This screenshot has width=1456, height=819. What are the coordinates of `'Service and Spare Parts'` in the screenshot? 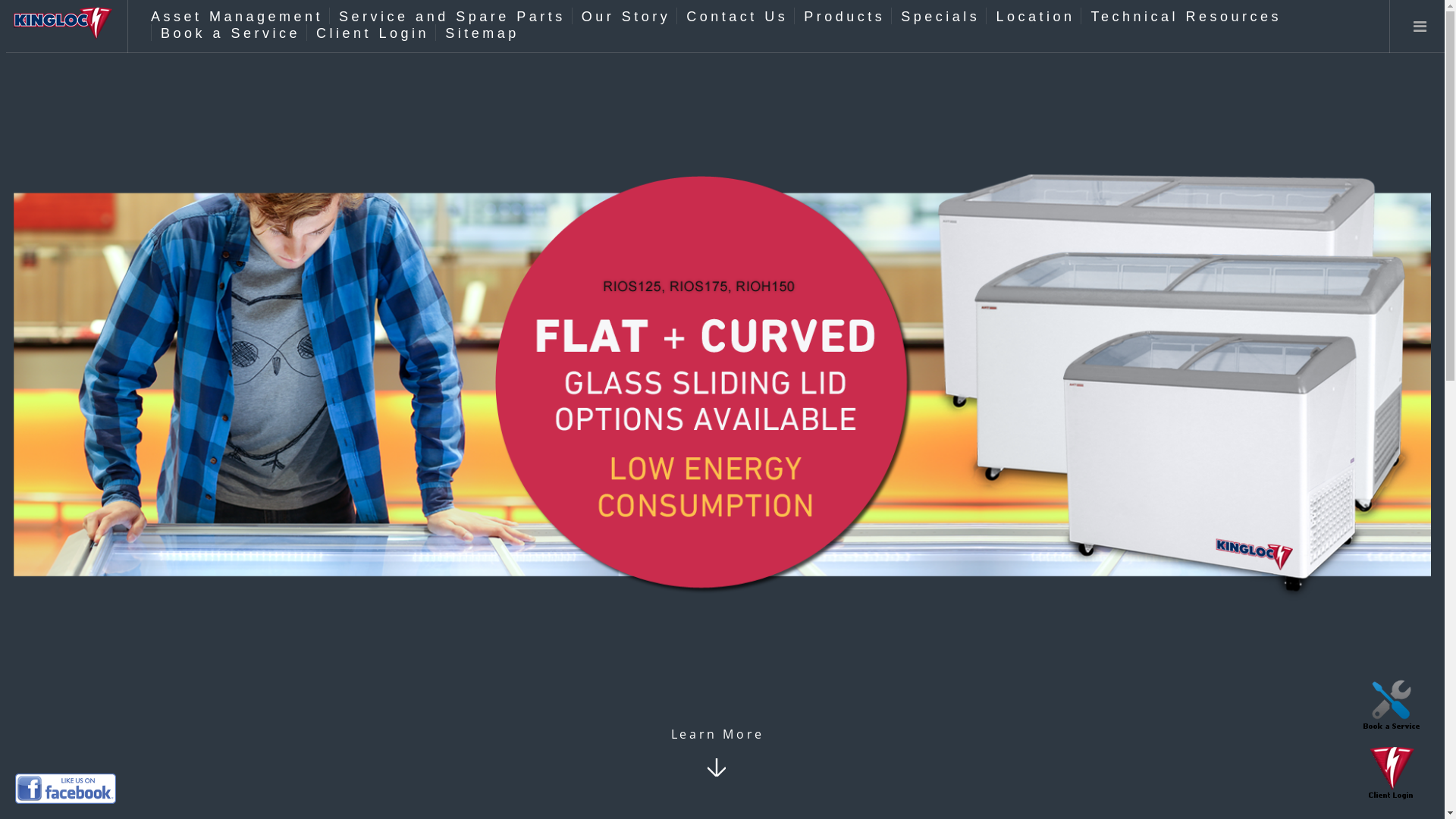 It's located at (451, 17).